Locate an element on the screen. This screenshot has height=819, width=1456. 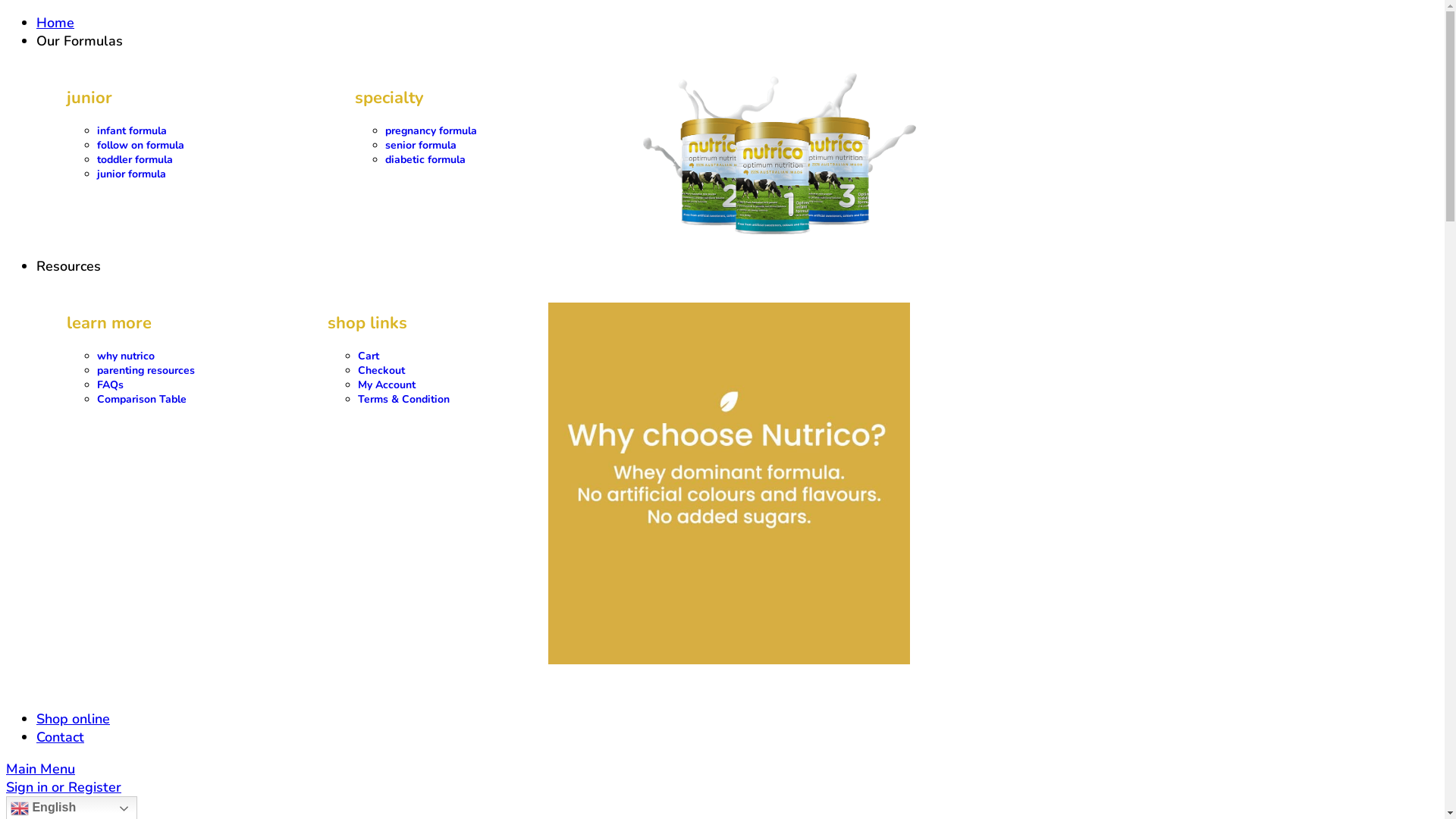
'Cart' is located at coordinates (356, 356).